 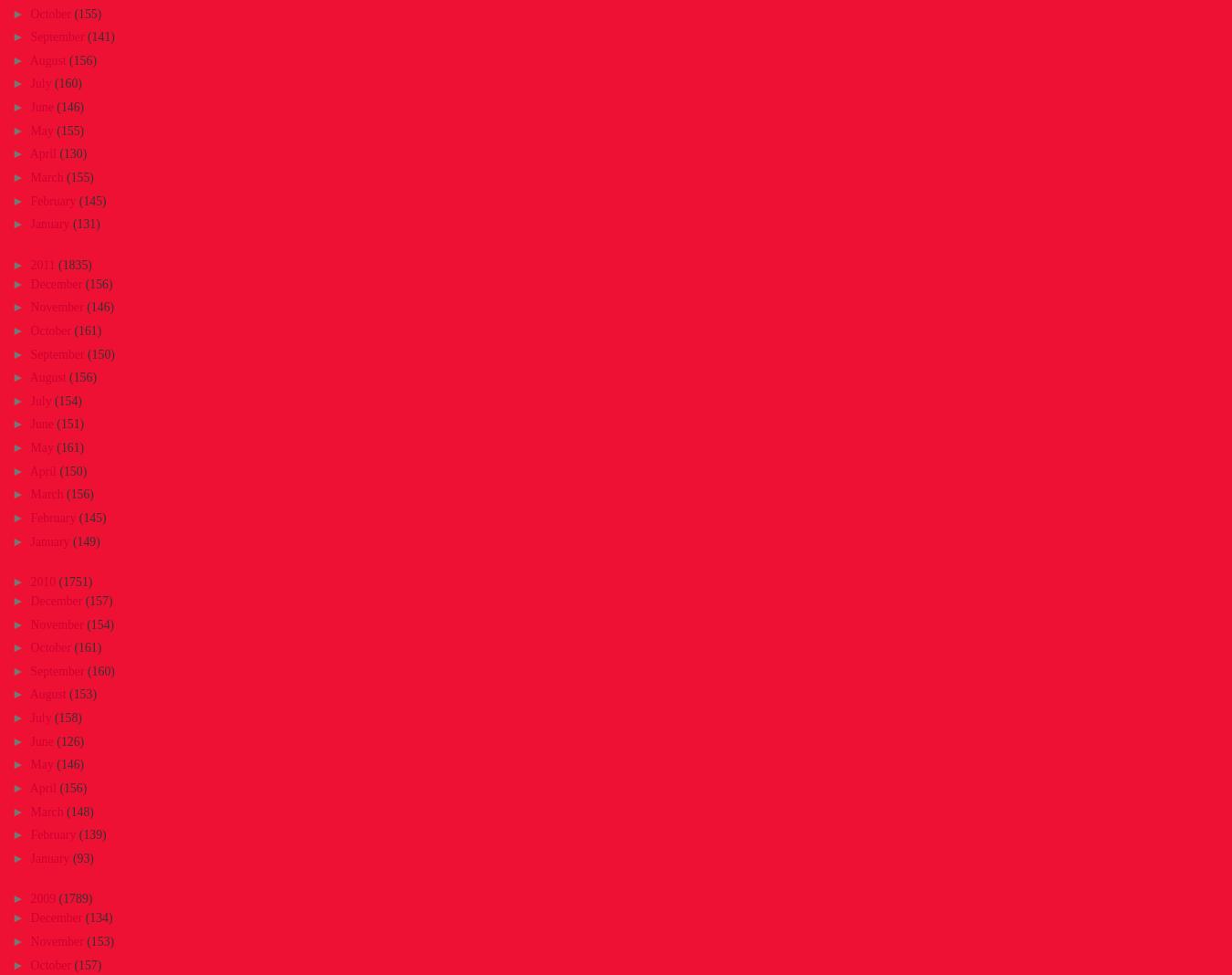 What do you see at coordinates (81, 858) in the screenshot?
I see `'(93)'` at bounding box center [81, 858].